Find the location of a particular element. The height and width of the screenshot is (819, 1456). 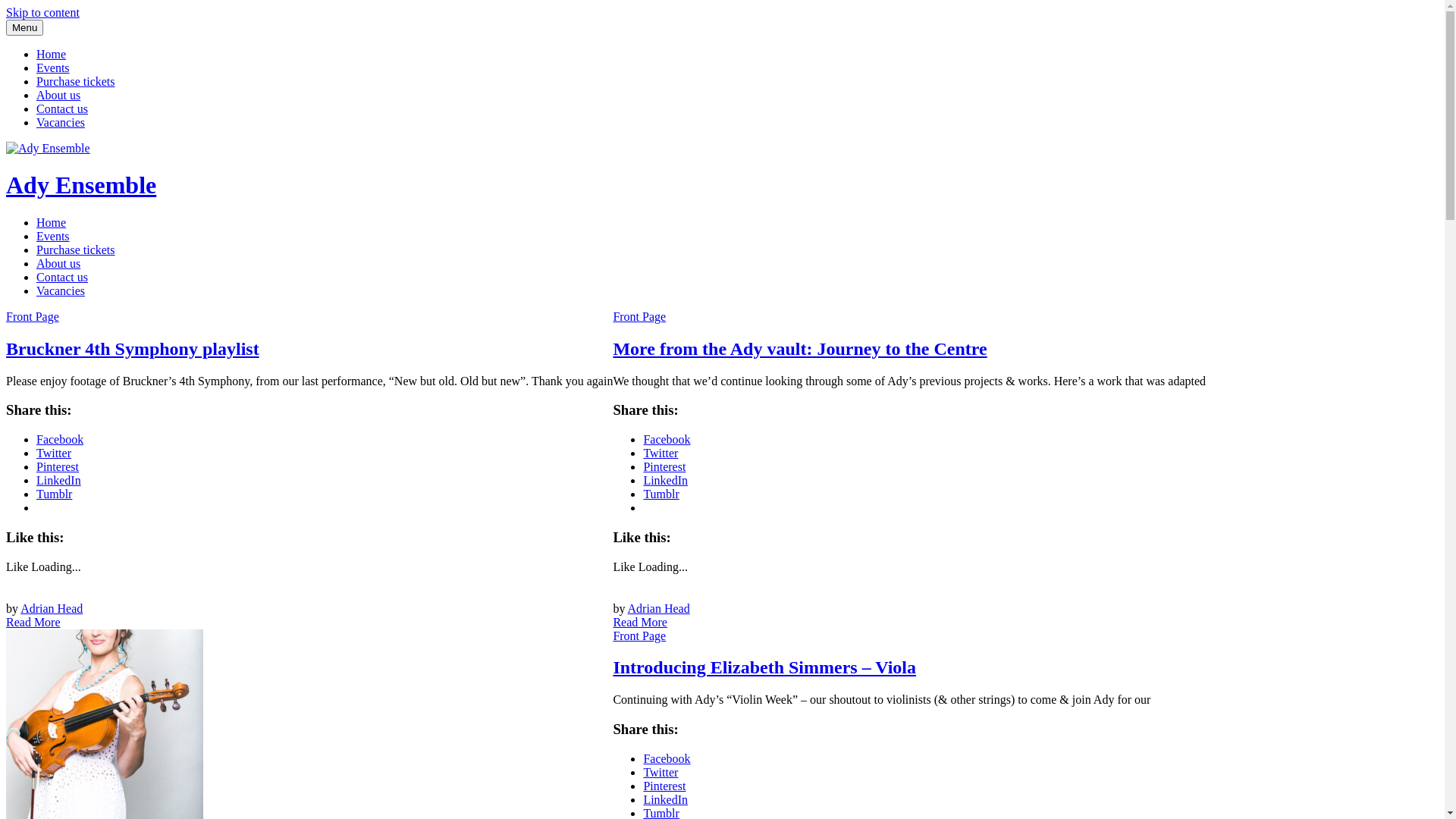

'Home' is located at coordinates (51, 222).